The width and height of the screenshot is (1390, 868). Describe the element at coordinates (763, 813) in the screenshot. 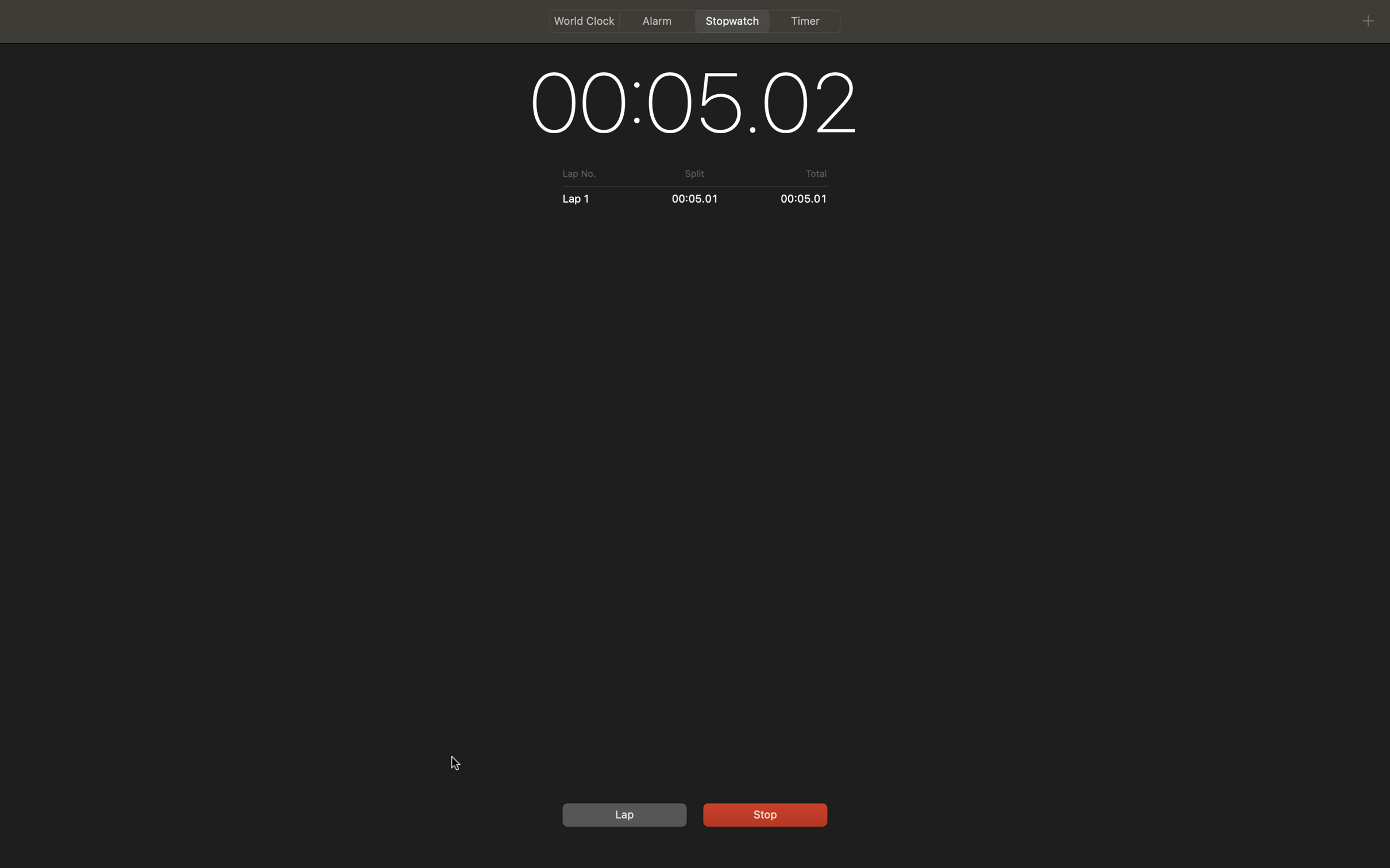

I see `Halt the time tracking on the stopwatch and restore its count to zero` at that location.